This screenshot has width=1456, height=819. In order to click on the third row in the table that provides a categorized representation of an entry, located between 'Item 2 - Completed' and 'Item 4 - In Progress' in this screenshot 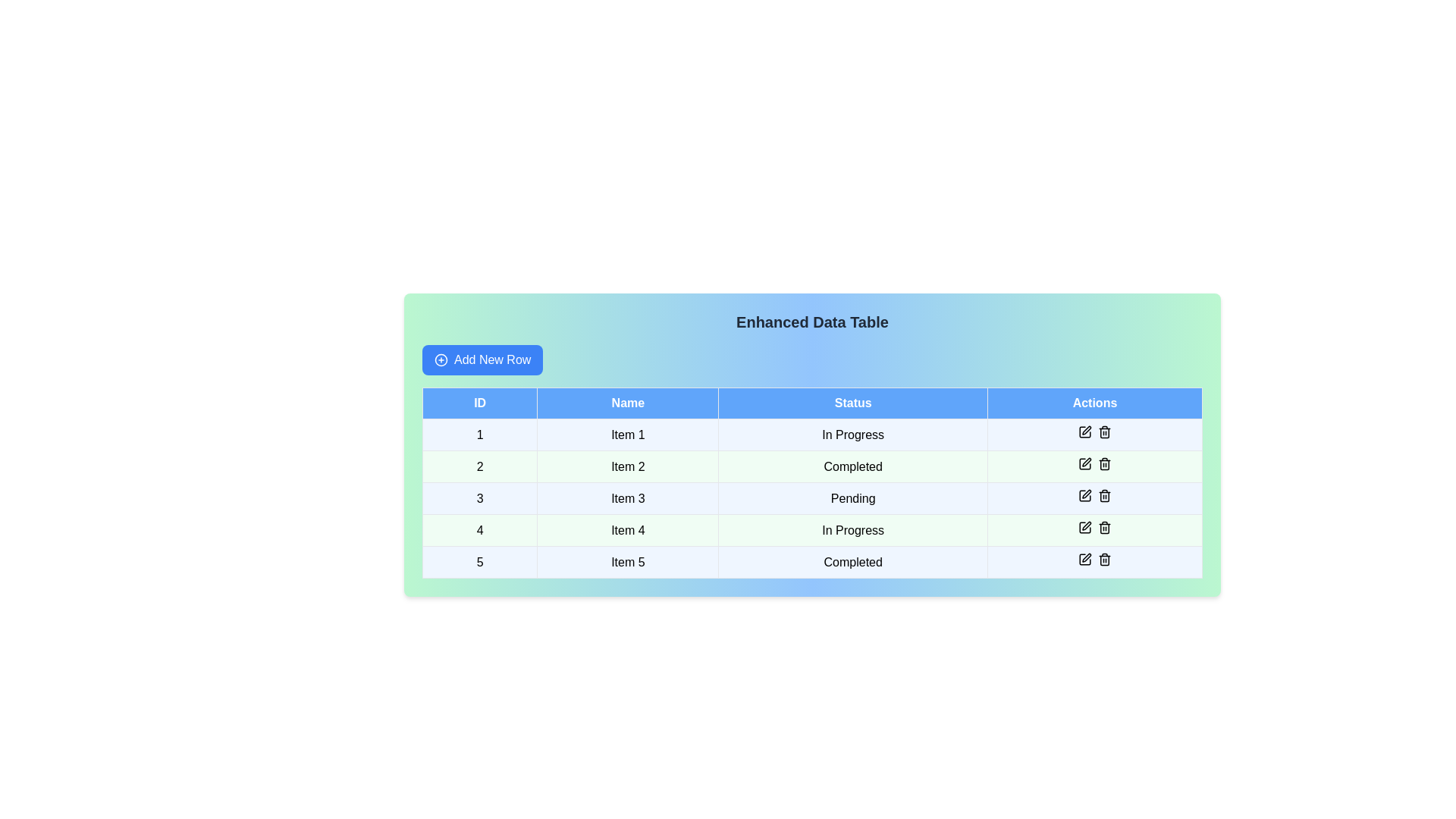, I will do `click(811, 498)`.